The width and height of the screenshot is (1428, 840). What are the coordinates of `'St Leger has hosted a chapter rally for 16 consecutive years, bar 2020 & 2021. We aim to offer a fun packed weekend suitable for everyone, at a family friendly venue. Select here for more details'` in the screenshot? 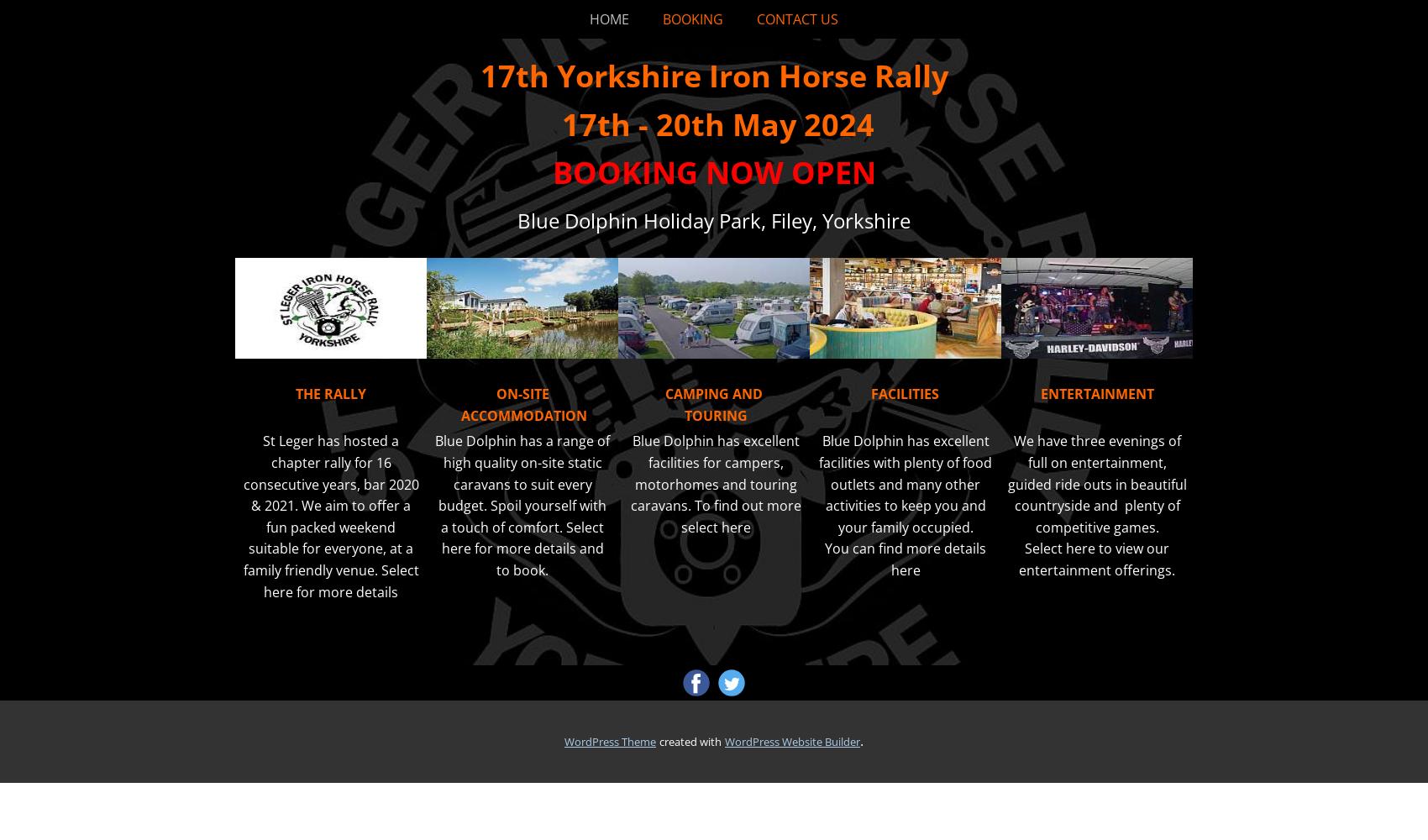 It's located at (329, 515).